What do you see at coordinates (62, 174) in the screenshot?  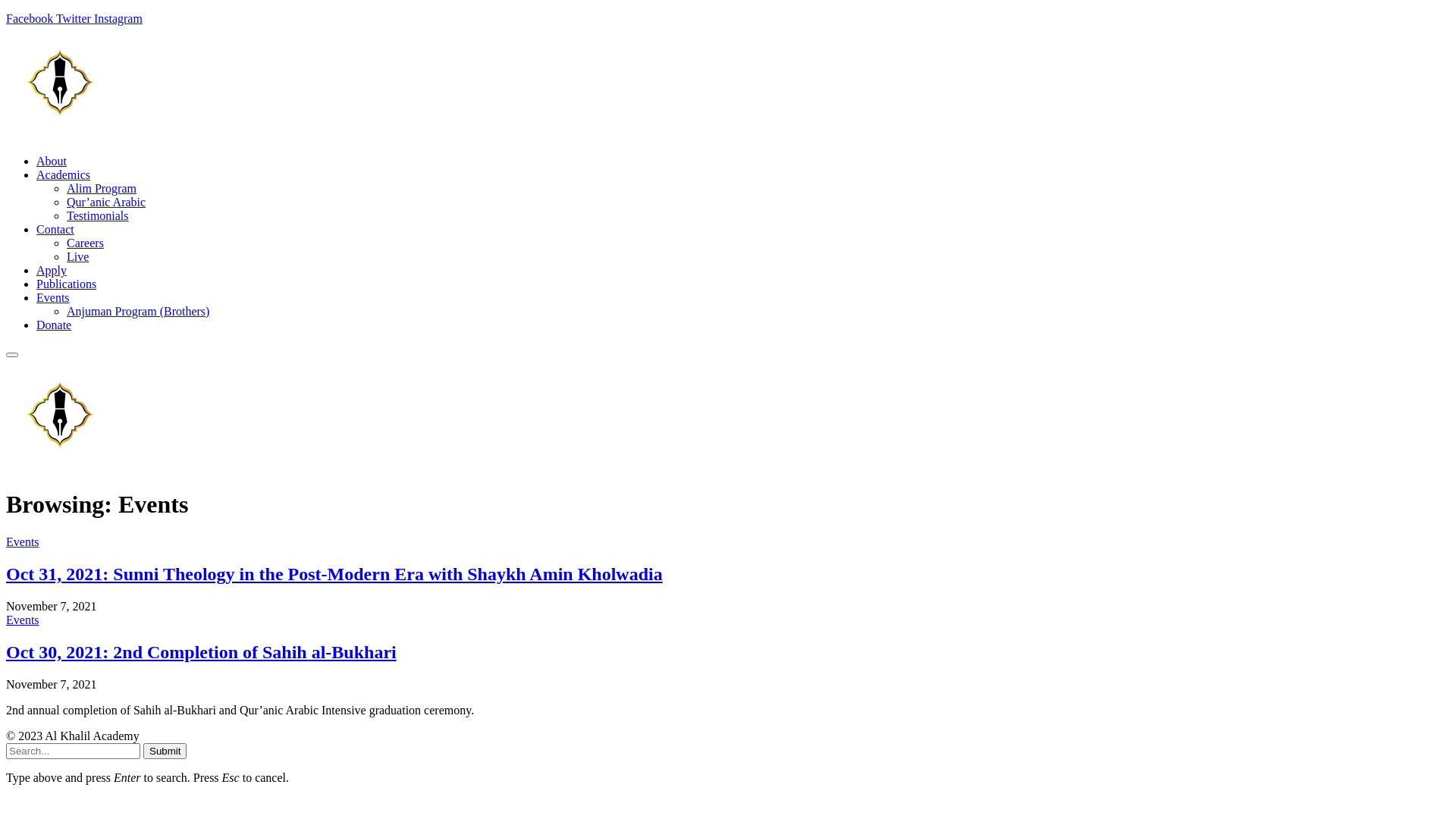 I see `'Academics'` at bounding box center [62, 174].